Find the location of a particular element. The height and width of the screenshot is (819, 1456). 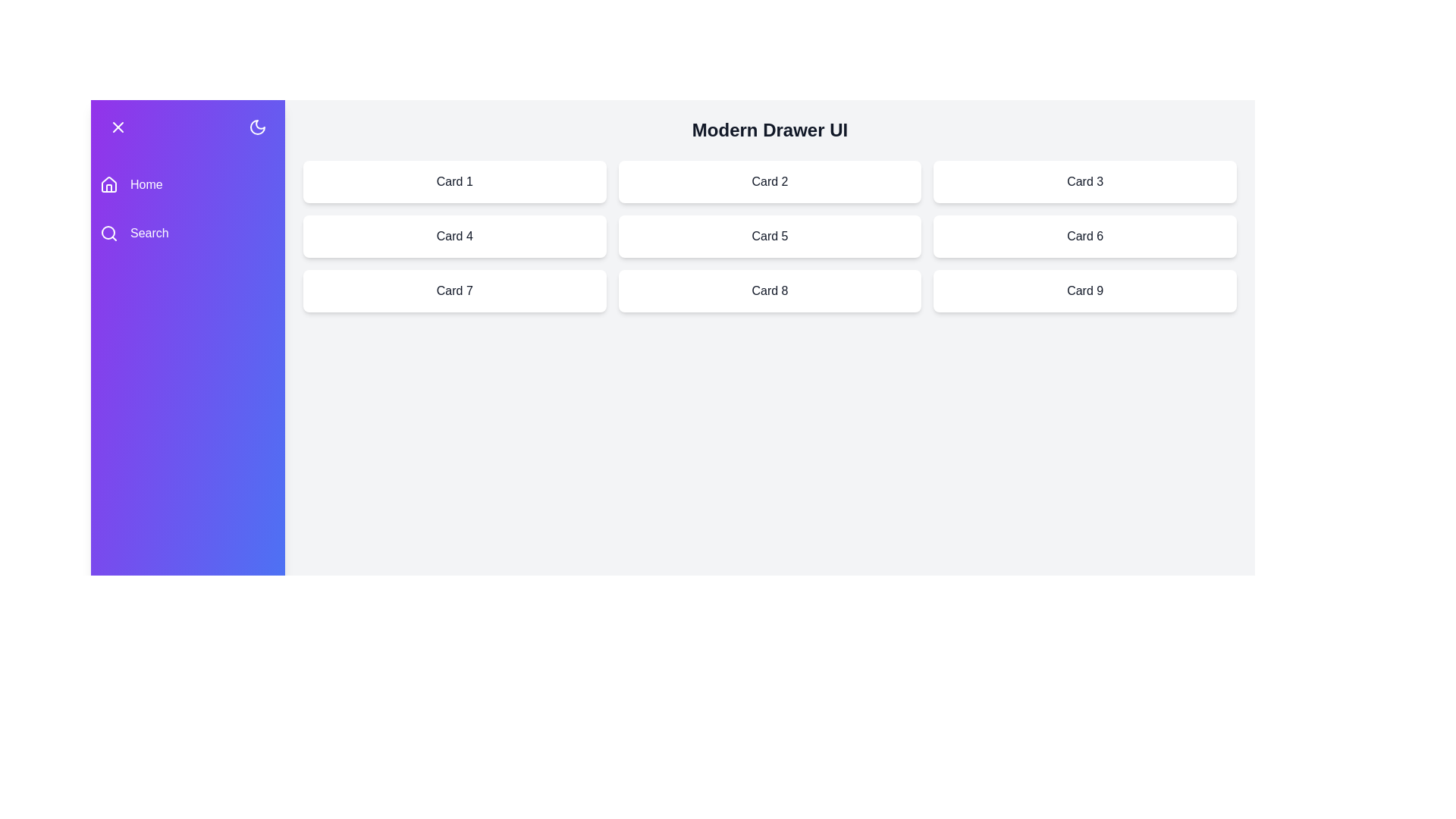

the moon icon to switch to dark mode is located at coordinates (258, 127).